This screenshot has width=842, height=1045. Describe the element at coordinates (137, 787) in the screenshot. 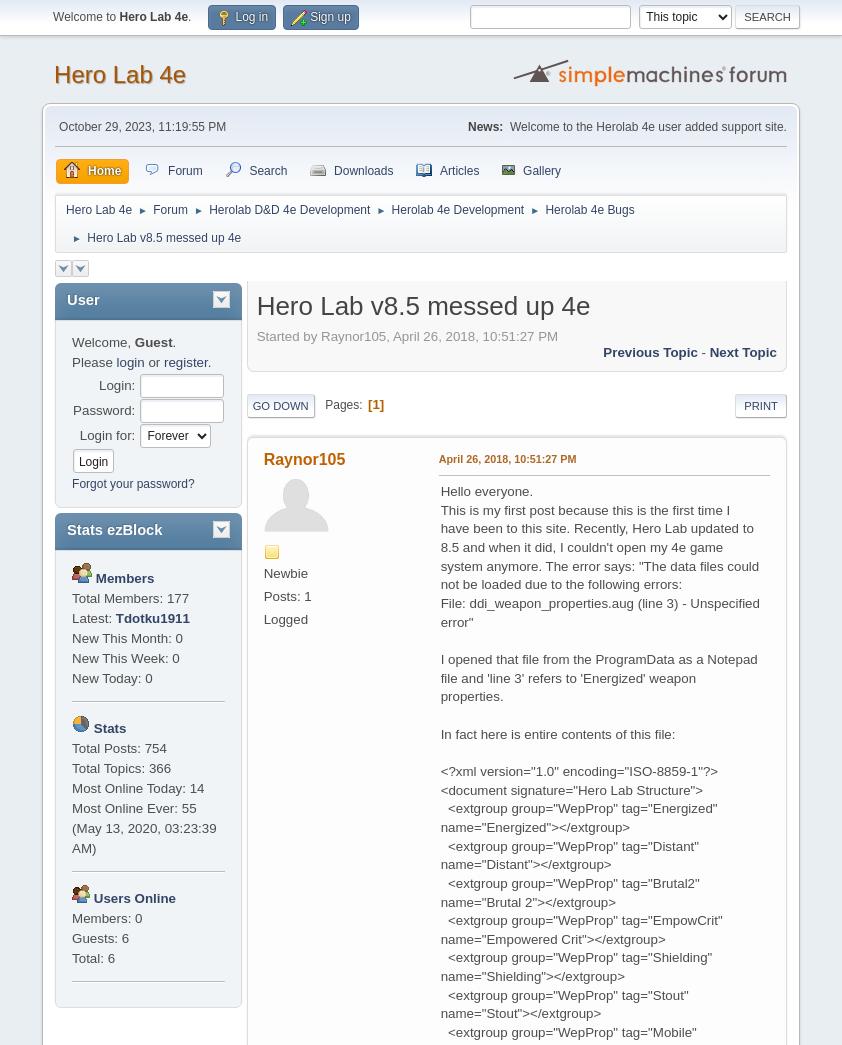

I see `'Most Online Today: 14'` at that location.